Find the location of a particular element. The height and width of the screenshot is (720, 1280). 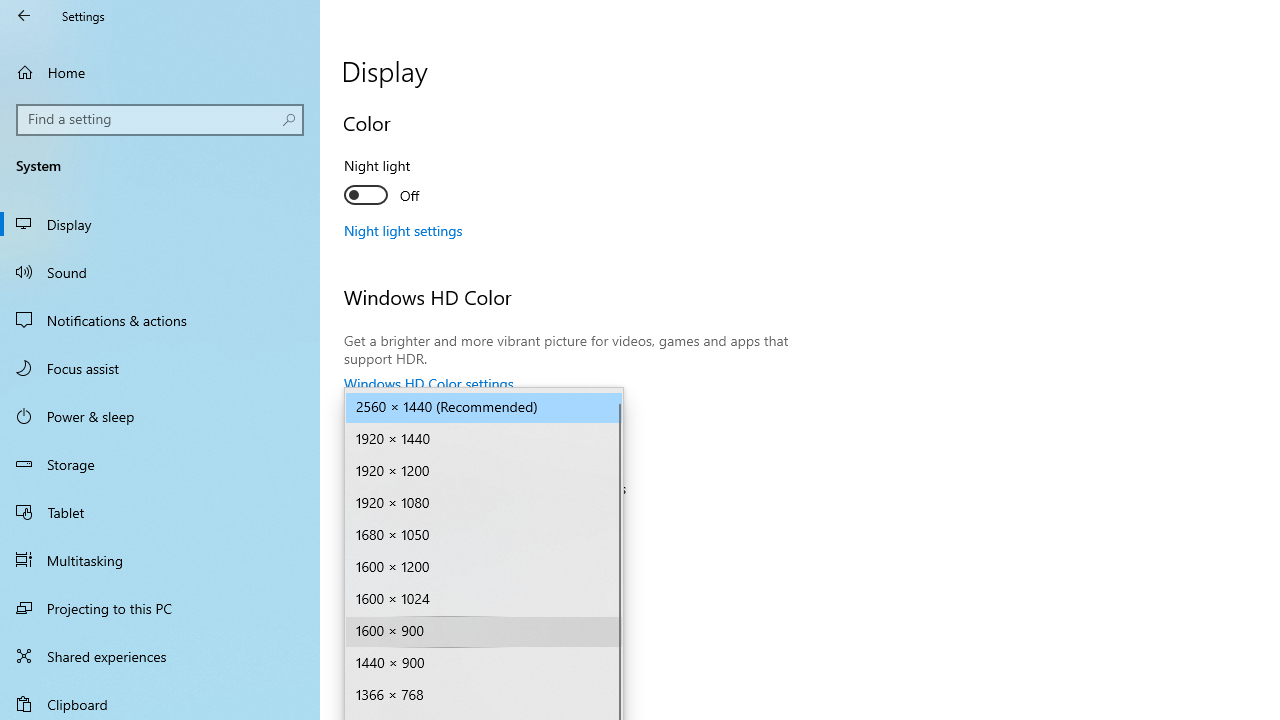

'Night light' is located at coordinates (416, 183).